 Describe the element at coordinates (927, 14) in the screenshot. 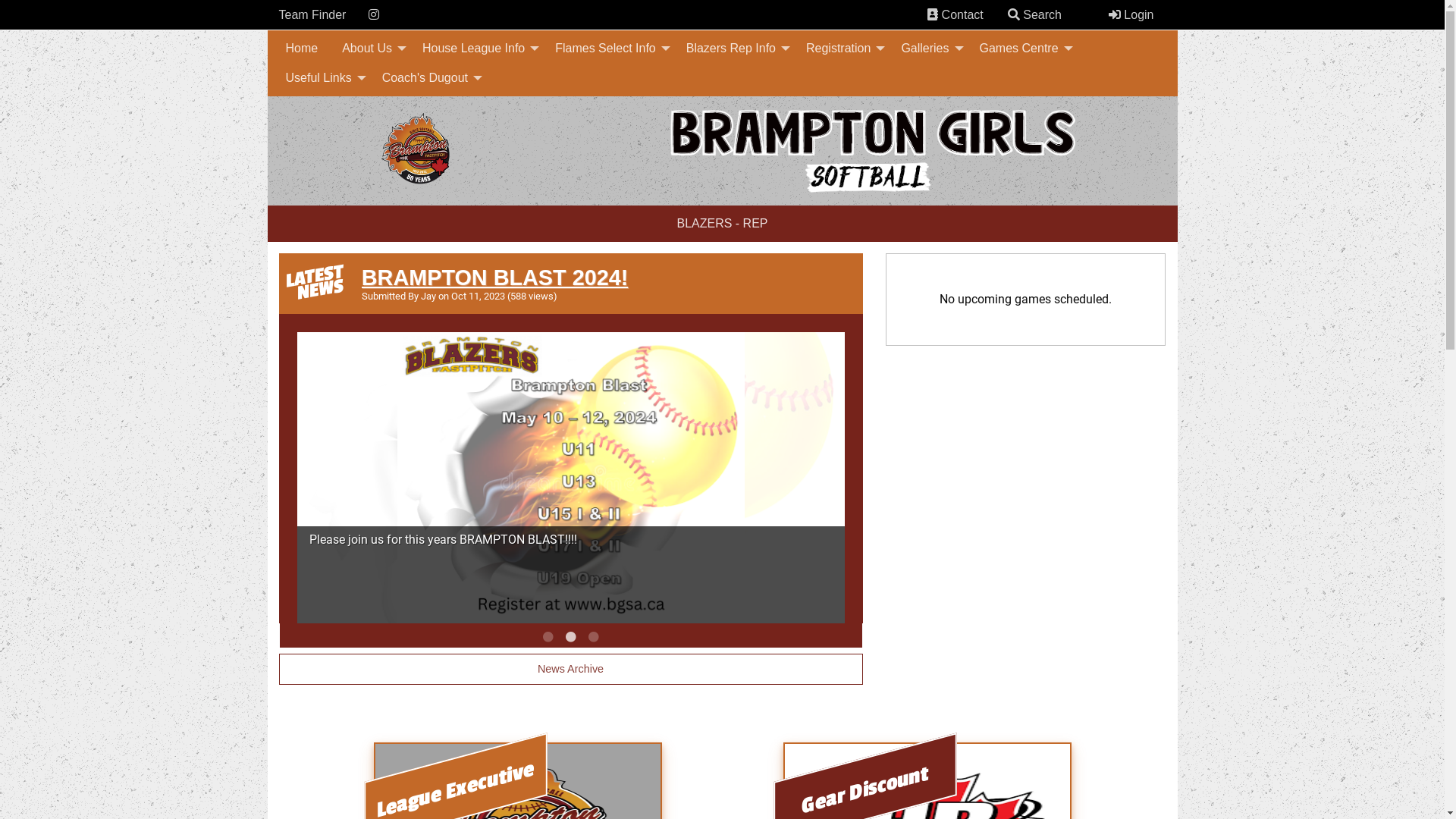

I see `'Contacts'` at that location.